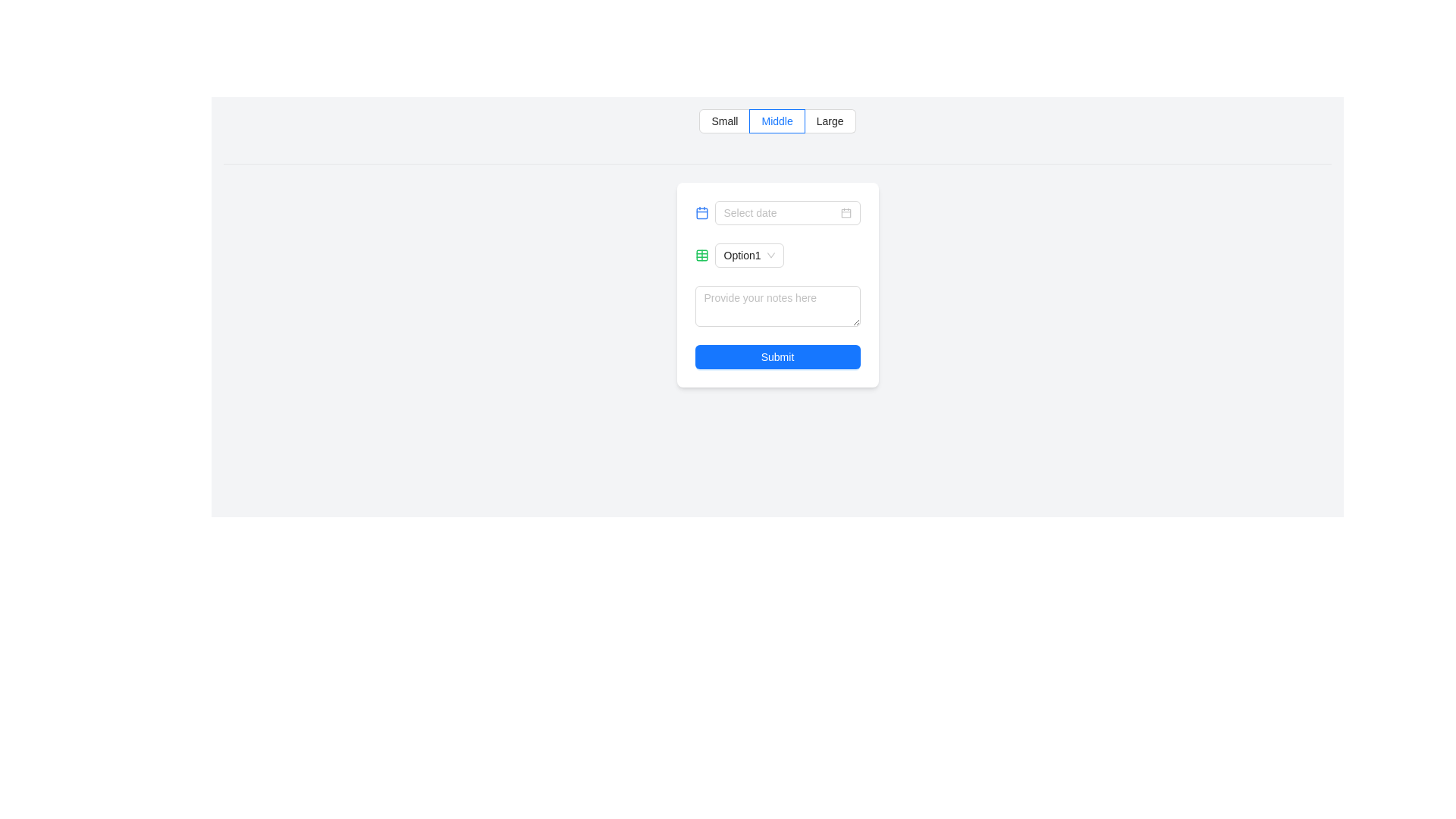 This screenshot has height=819, width=1456. I want to click on the blue 'Submit' button with rounded edges, so click(777, 356).